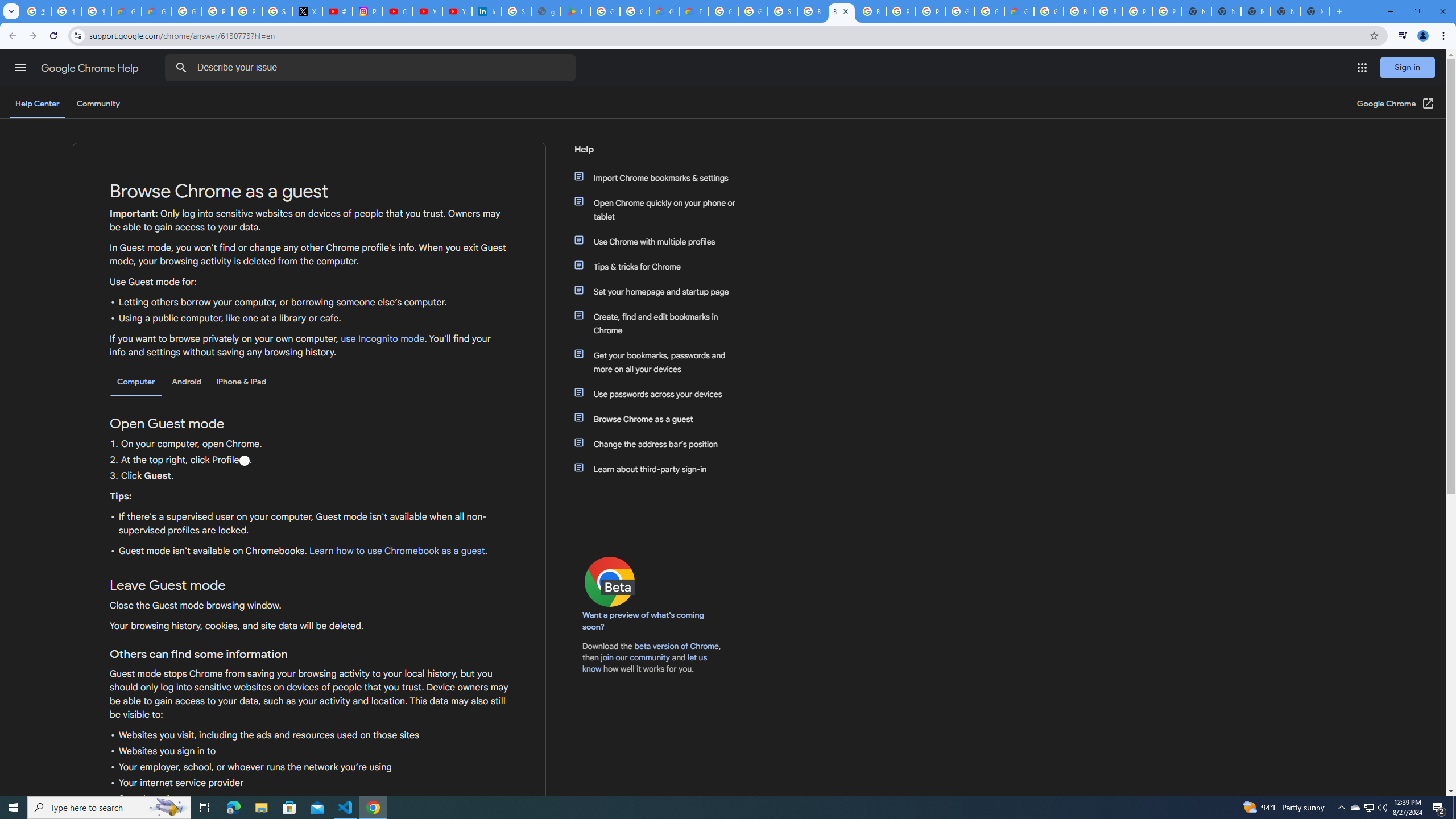 The image size is (1456, 819). I want to click on 'Browse Chrome as a guest - Computer - Google Chrome Help', so click(841, 11).